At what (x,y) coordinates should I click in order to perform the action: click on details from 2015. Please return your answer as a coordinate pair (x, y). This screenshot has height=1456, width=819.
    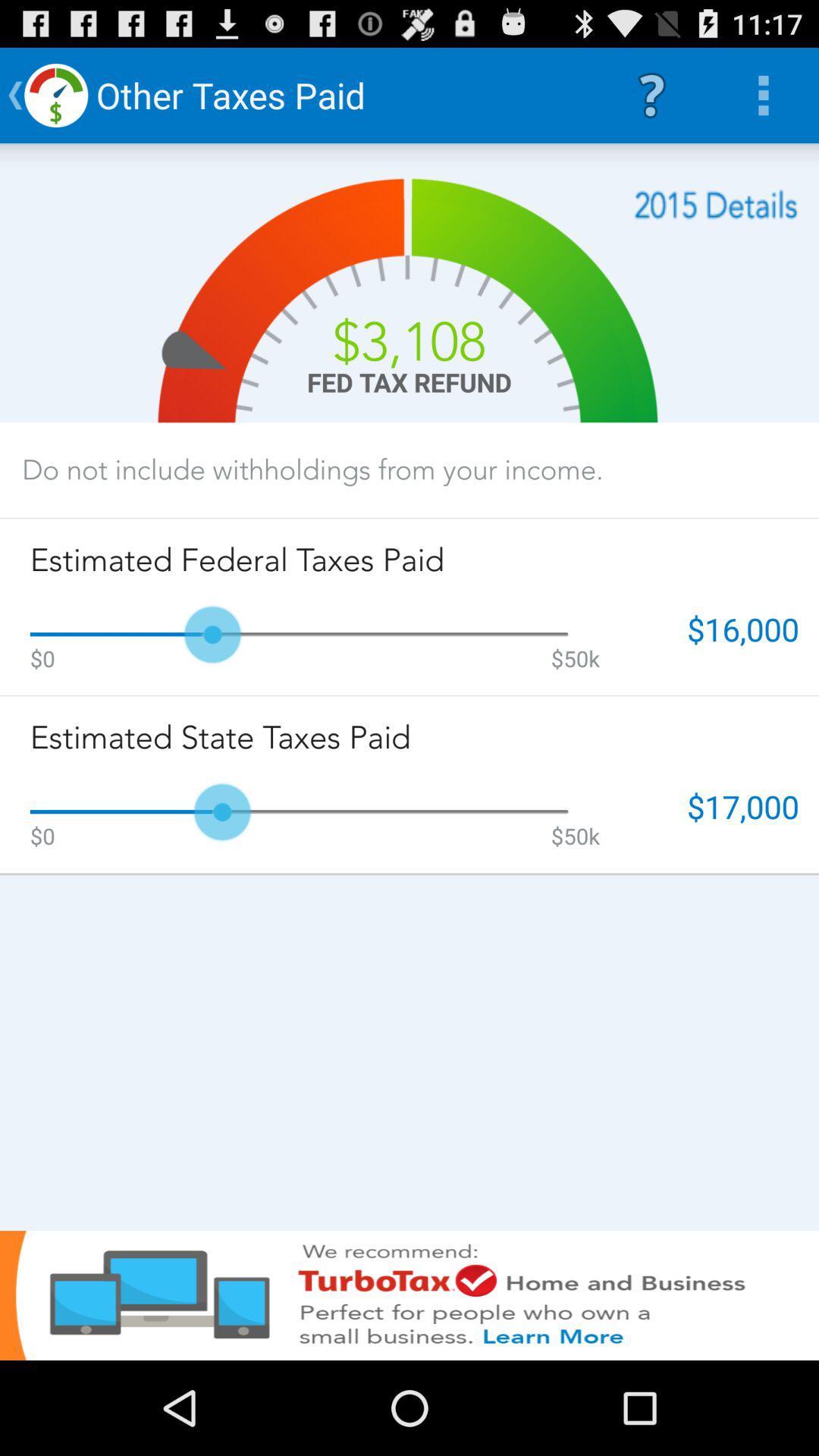
    Looking at the image, I should click on (716, 204).